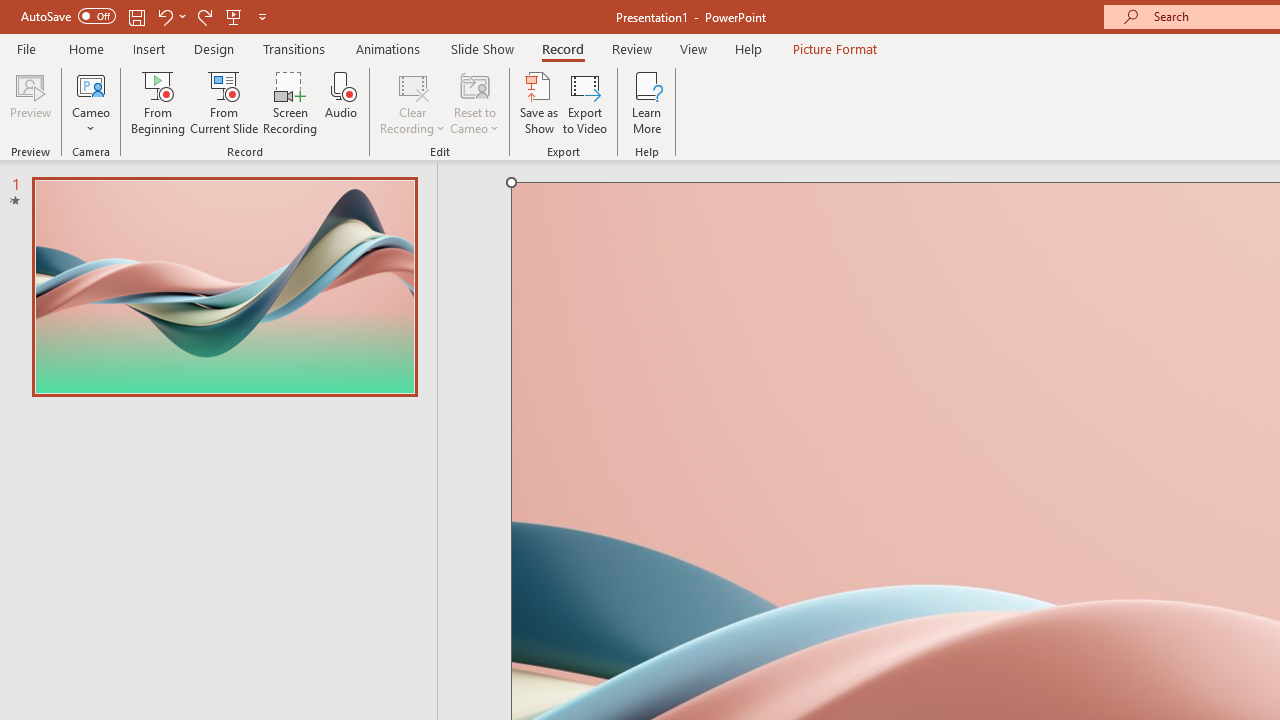 This screenshot has height=720, width=1280. Describe the element at coordinates (473, 103) in the screenshot. I see `'Reset to Cameo'` at that location.